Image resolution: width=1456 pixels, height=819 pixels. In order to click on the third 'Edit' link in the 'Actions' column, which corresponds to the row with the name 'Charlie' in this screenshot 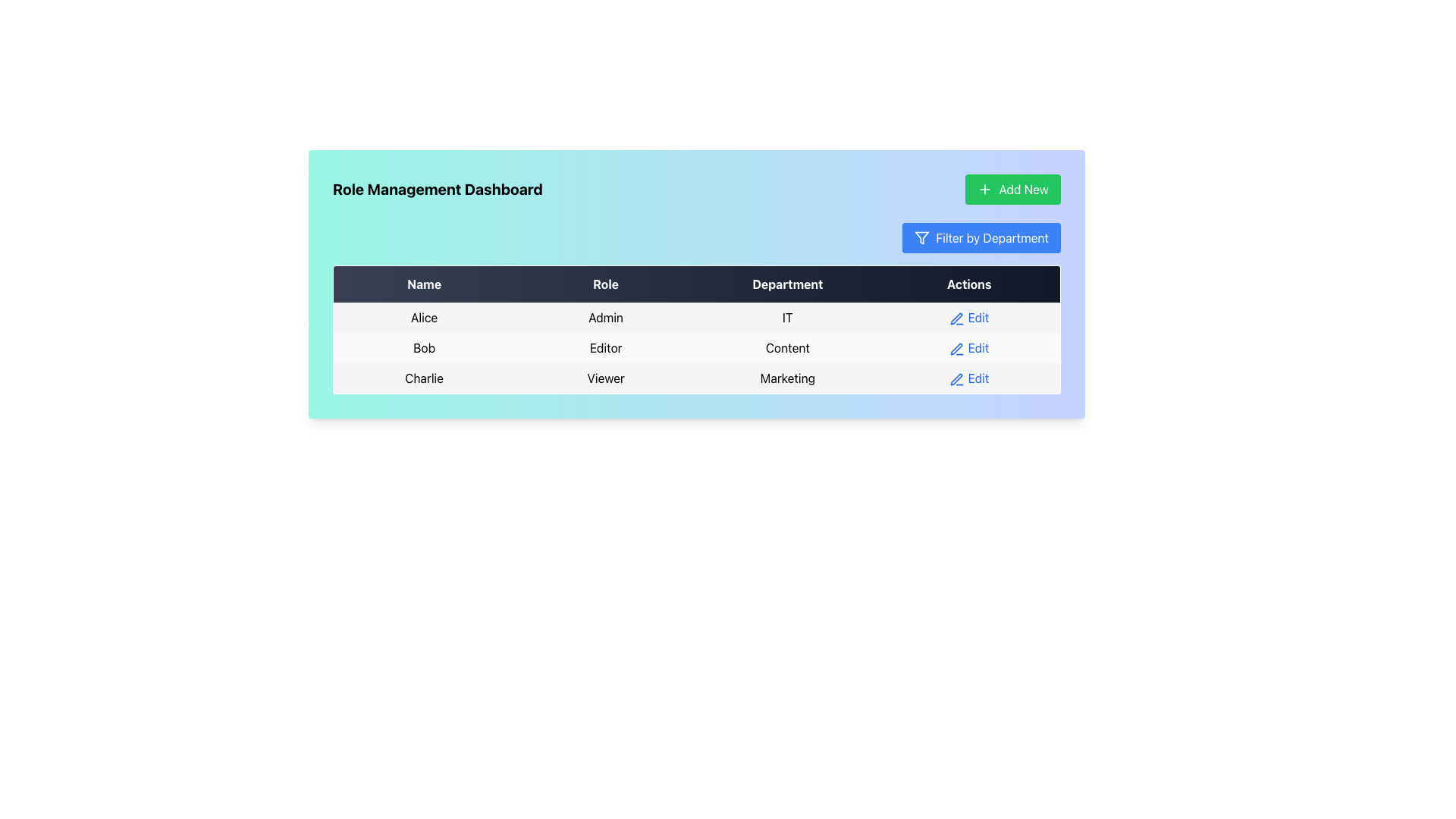, I will do `click(968, 377)`.